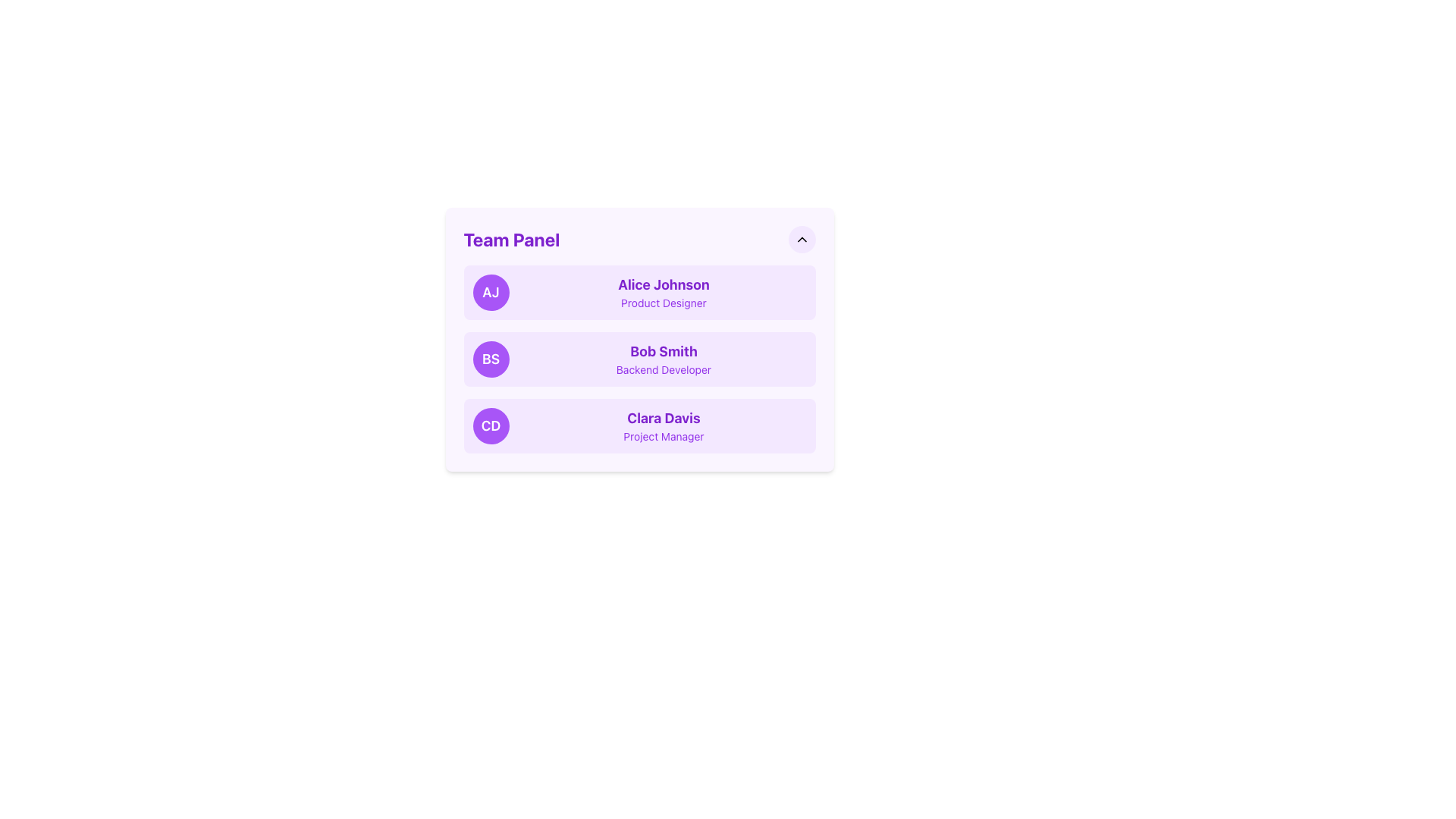 The height and width of the screenshot is (819, 1456). What do you see at coordinates (491, 292) in the screenshot?
I see `the purple Avatar Icon with 'AJ' text in the center` at bounding box center [491, 292].